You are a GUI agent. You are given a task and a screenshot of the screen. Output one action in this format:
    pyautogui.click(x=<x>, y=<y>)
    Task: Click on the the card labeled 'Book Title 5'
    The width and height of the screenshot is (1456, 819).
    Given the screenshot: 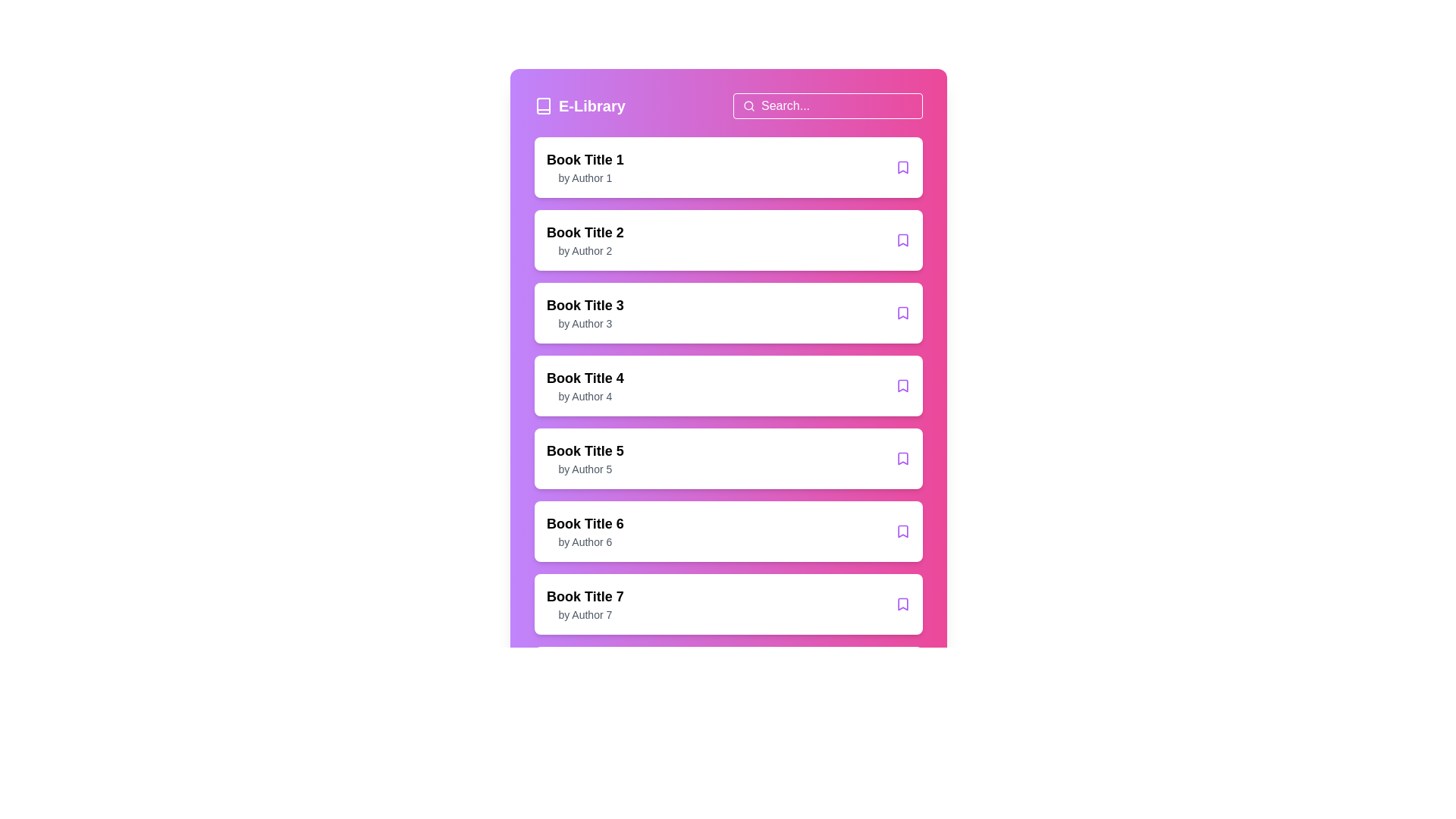 What is the action you would take?
    pyautogui.click(x=728, y=458)
    